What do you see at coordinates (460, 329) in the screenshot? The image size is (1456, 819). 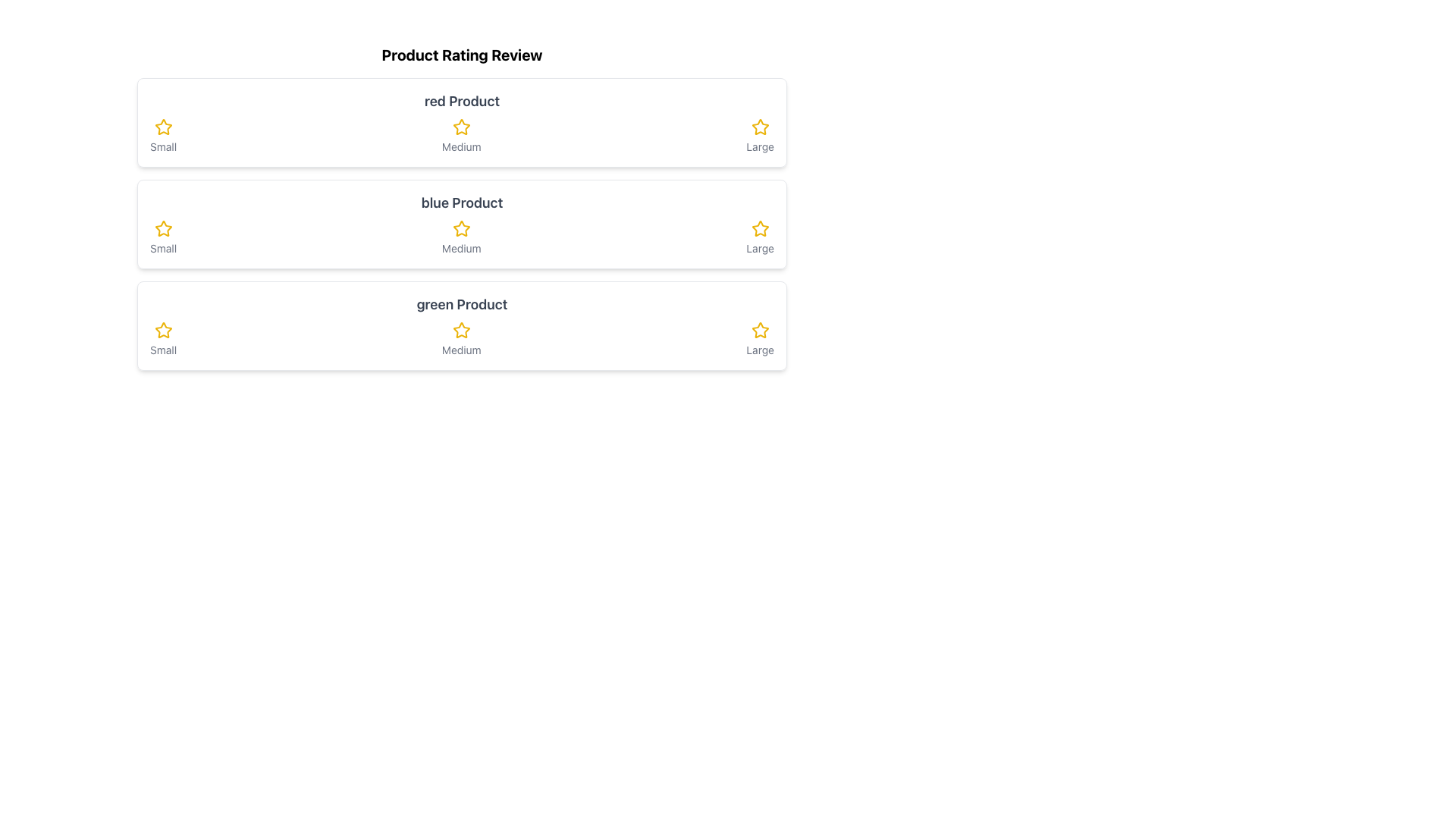 I see `the central star icon in the rating section for the 'green Product'` at bounding box center [460, 329].